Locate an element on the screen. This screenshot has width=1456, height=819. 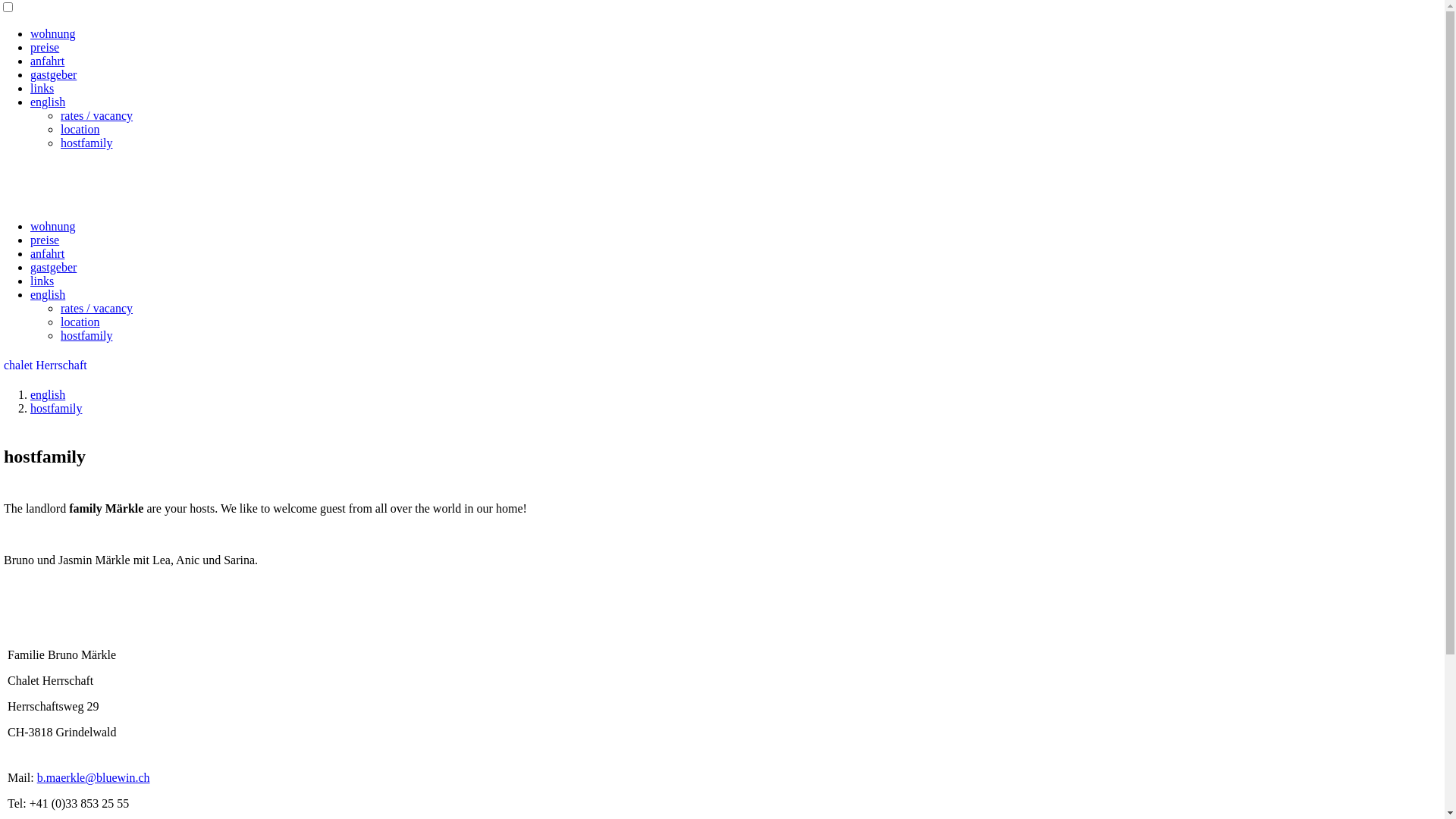
'preise' is located at coordinates (44, 239).